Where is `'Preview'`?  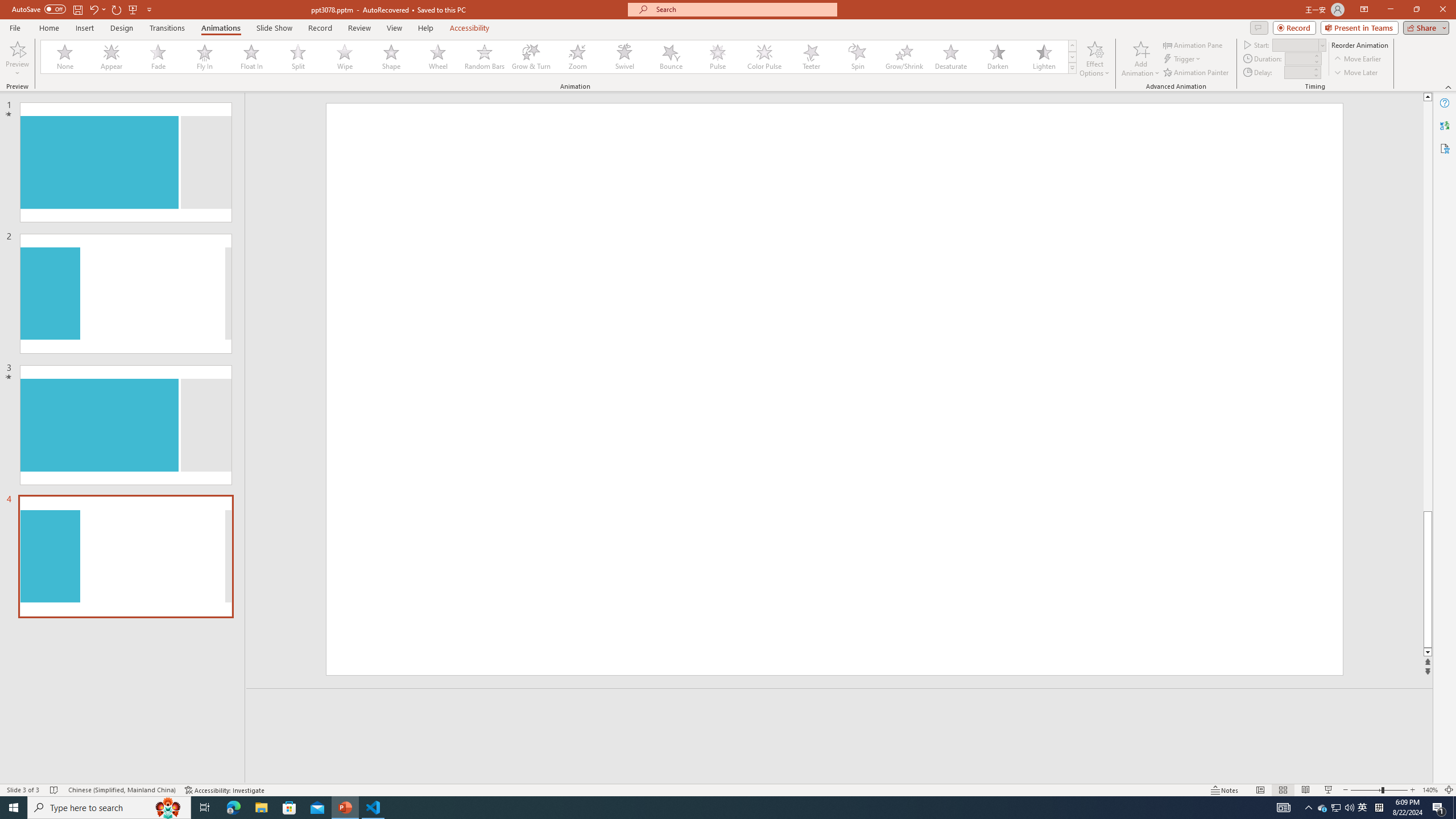
'Preview' is located at coordinates (16, 48).